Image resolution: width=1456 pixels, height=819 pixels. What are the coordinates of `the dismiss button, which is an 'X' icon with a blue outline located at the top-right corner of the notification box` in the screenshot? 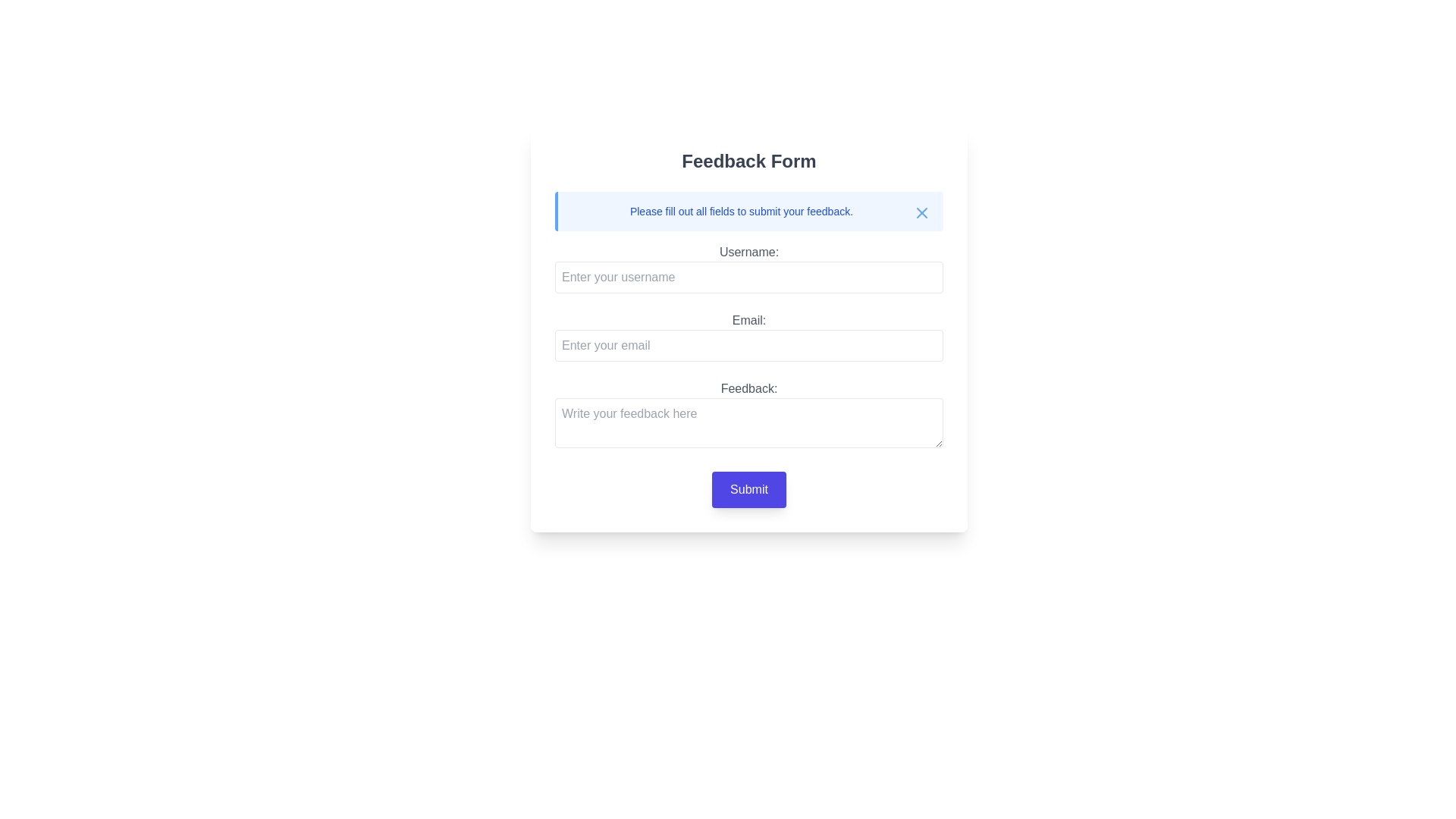 It's located at (921, 213).